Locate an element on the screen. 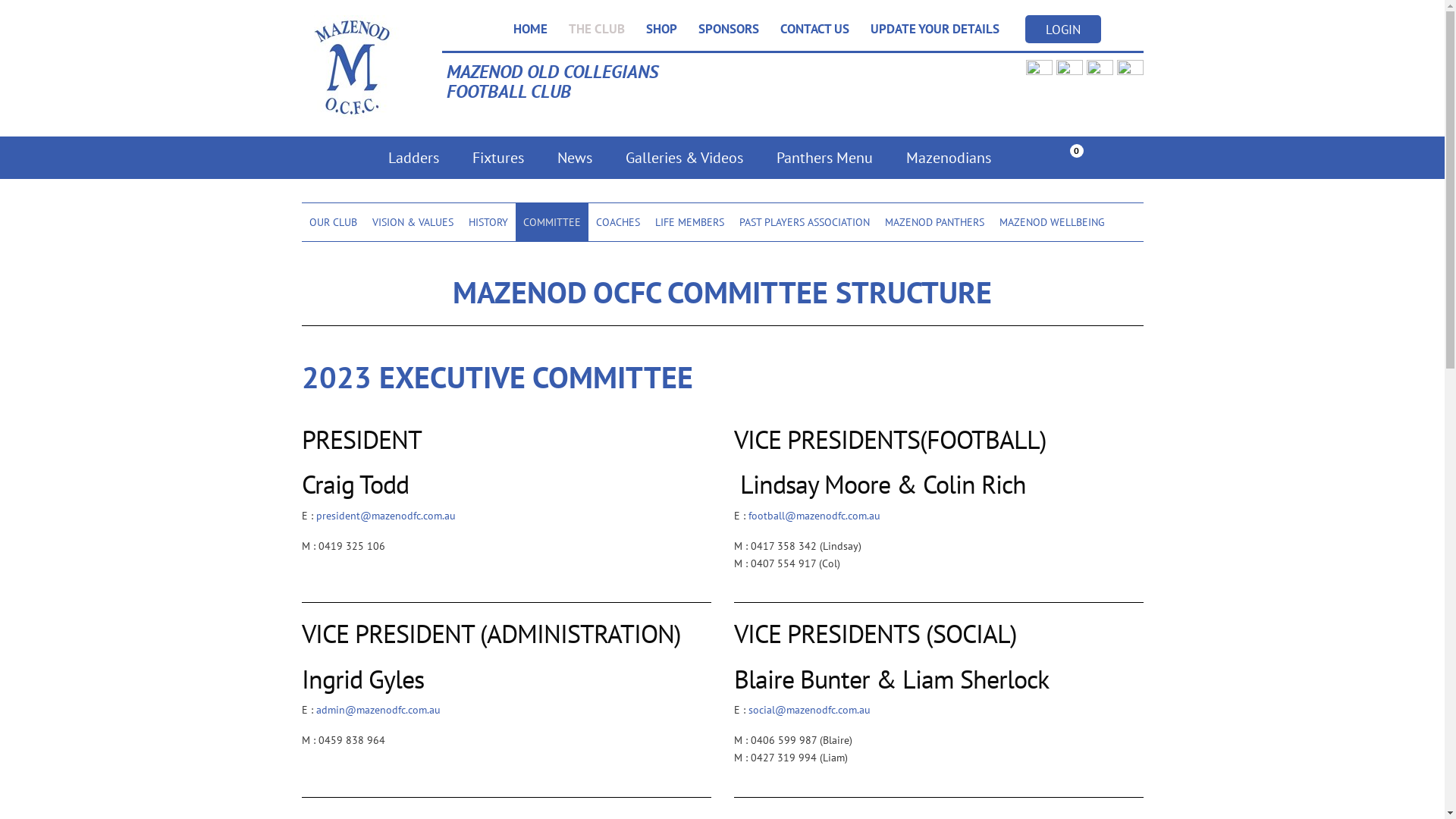 The height and width of the screenshot is (819, 1456). 'OUR CLUB' is located at coordinates (332, 222).